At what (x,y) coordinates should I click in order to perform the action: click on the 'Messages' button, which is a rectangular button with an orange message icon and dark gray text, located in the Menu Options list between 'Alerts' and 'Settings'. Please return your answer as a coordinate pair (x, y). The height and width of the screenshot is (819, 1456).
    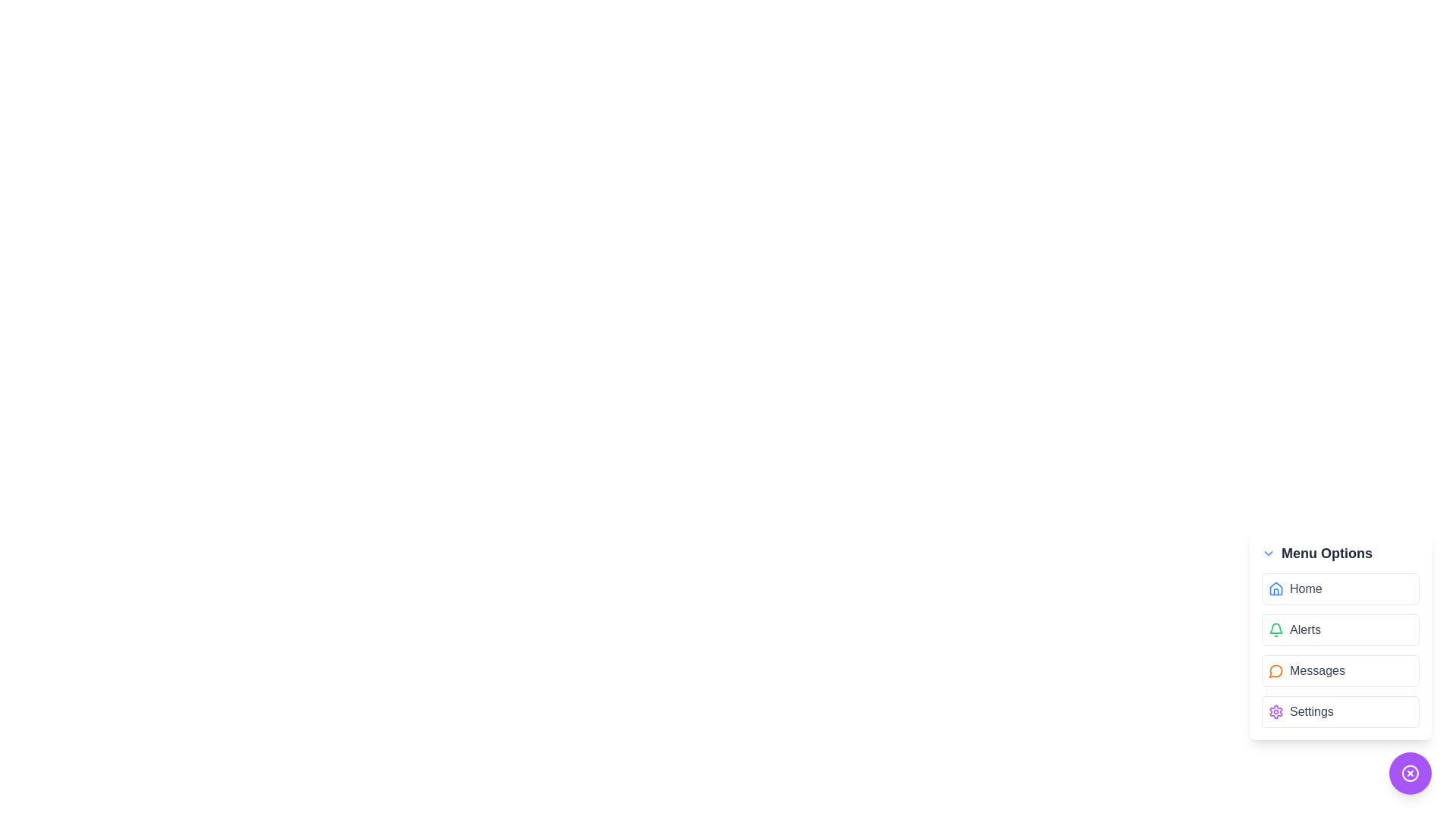
    Looking at the image, I should click on (1340, 670).